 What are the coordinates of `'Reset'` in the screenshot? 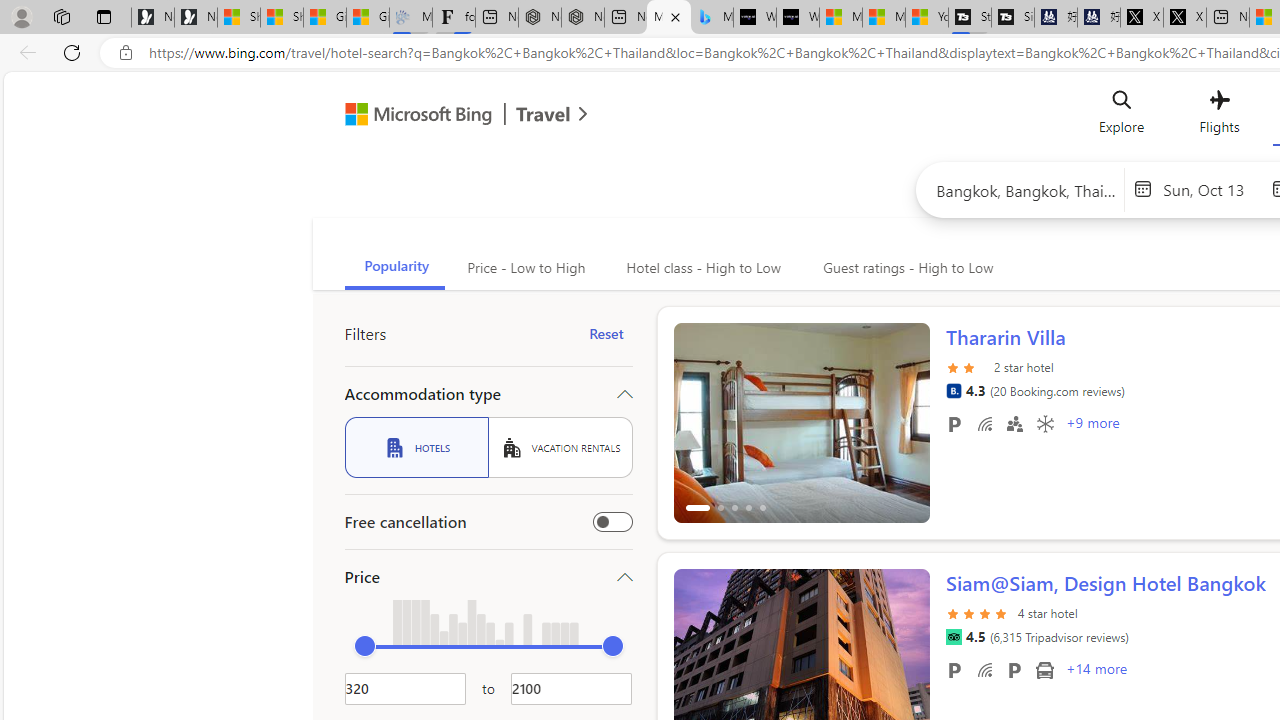 It's located at (605, 333).